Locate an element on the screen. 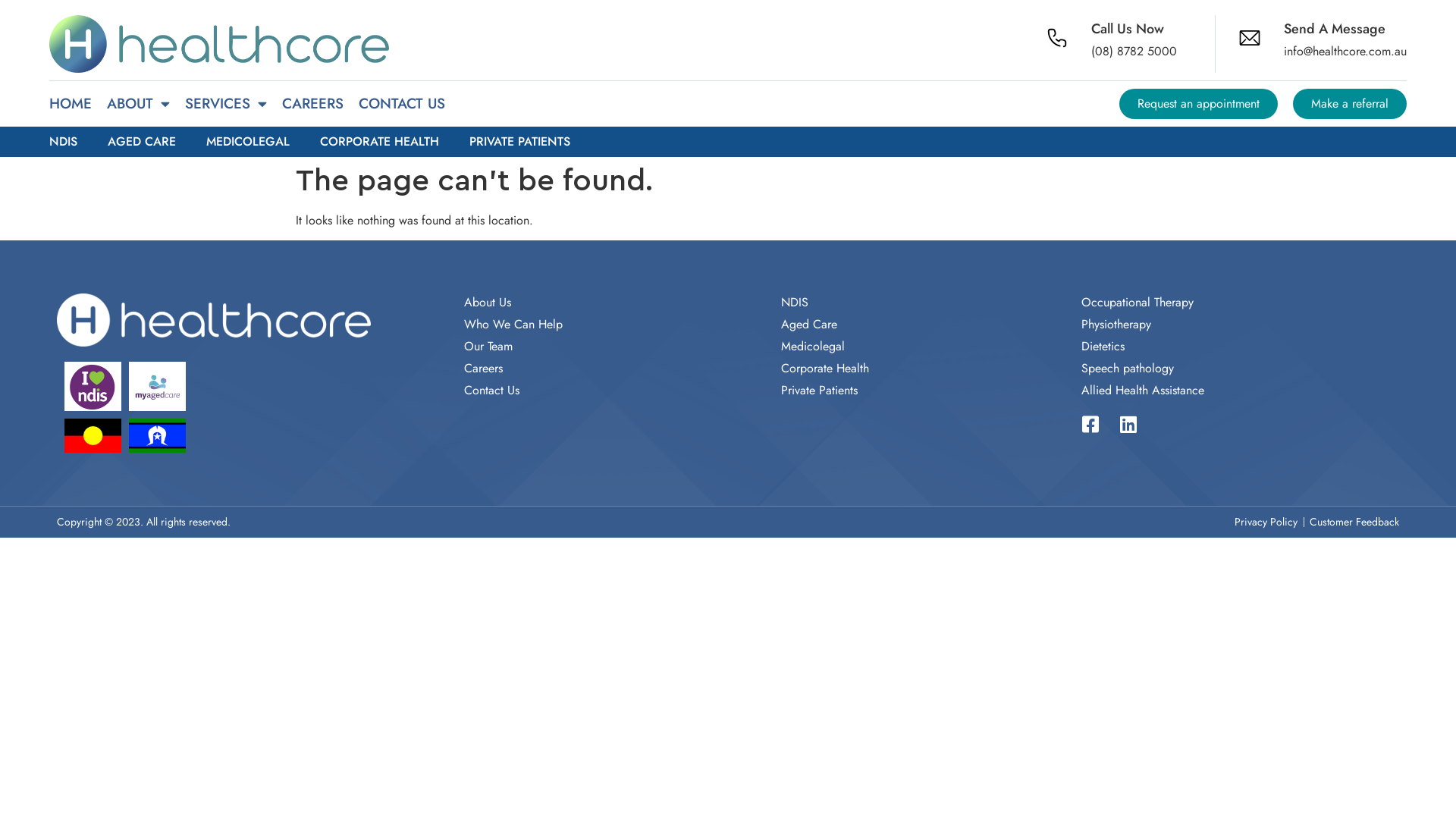 The width and height of the screenshot is (1456, 819). 'PRIVATE PATIENTS' is located at coordinates (519, 141).